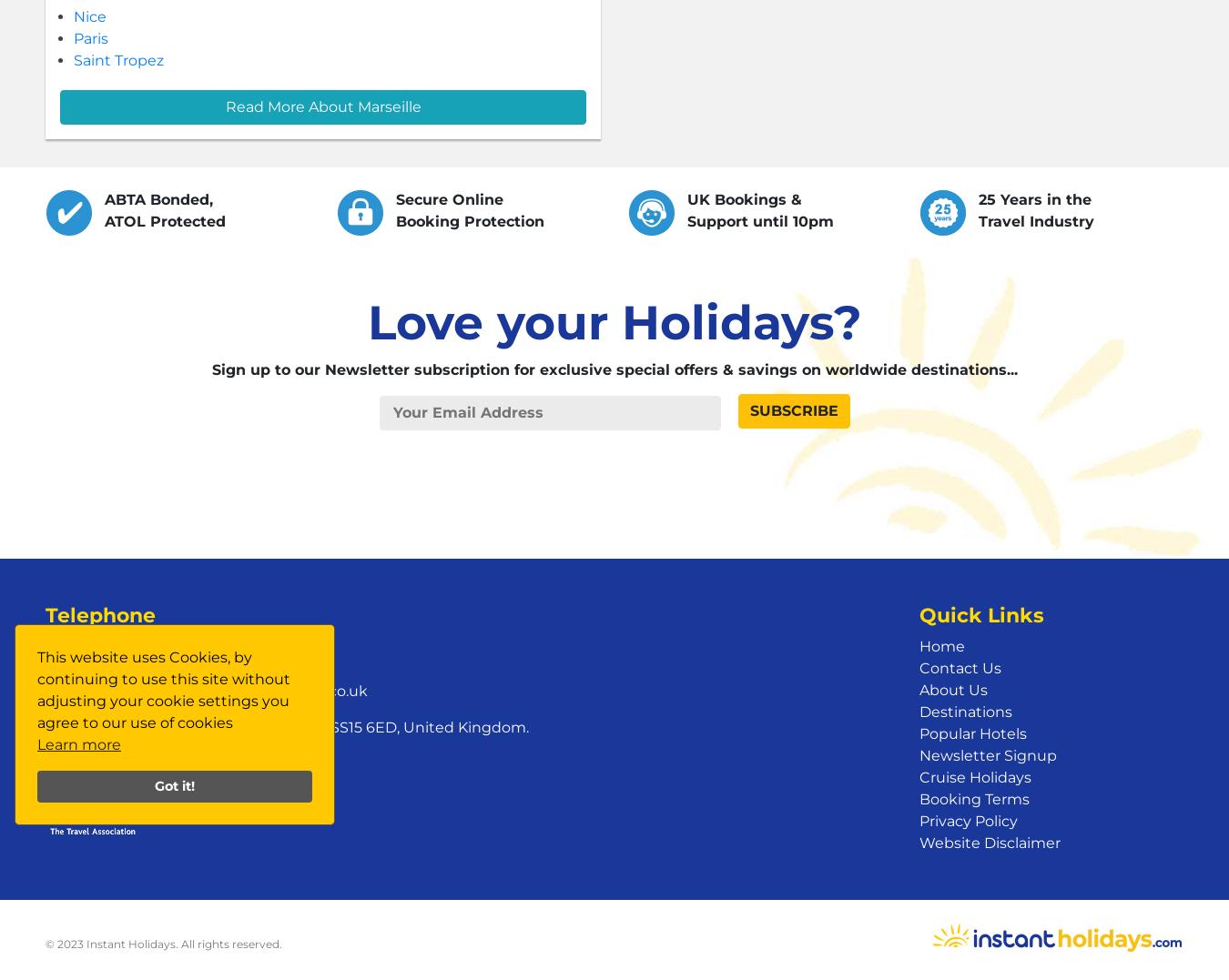 The image size is (1229, 980). What do you see at coordinates (99, 614) in the screenshot?
I see `'Telephone'` at bounding box center [99, 614].